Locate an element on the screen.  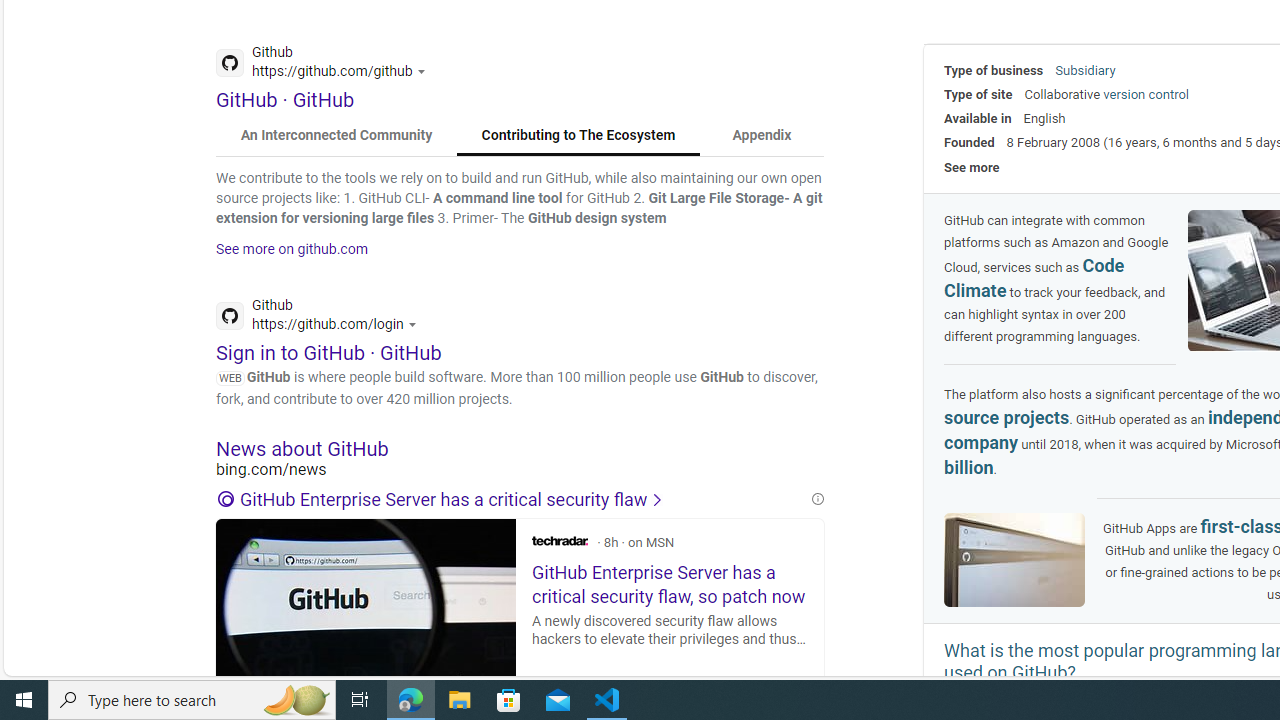
'Appendix' is located at coordinates (760, 135).